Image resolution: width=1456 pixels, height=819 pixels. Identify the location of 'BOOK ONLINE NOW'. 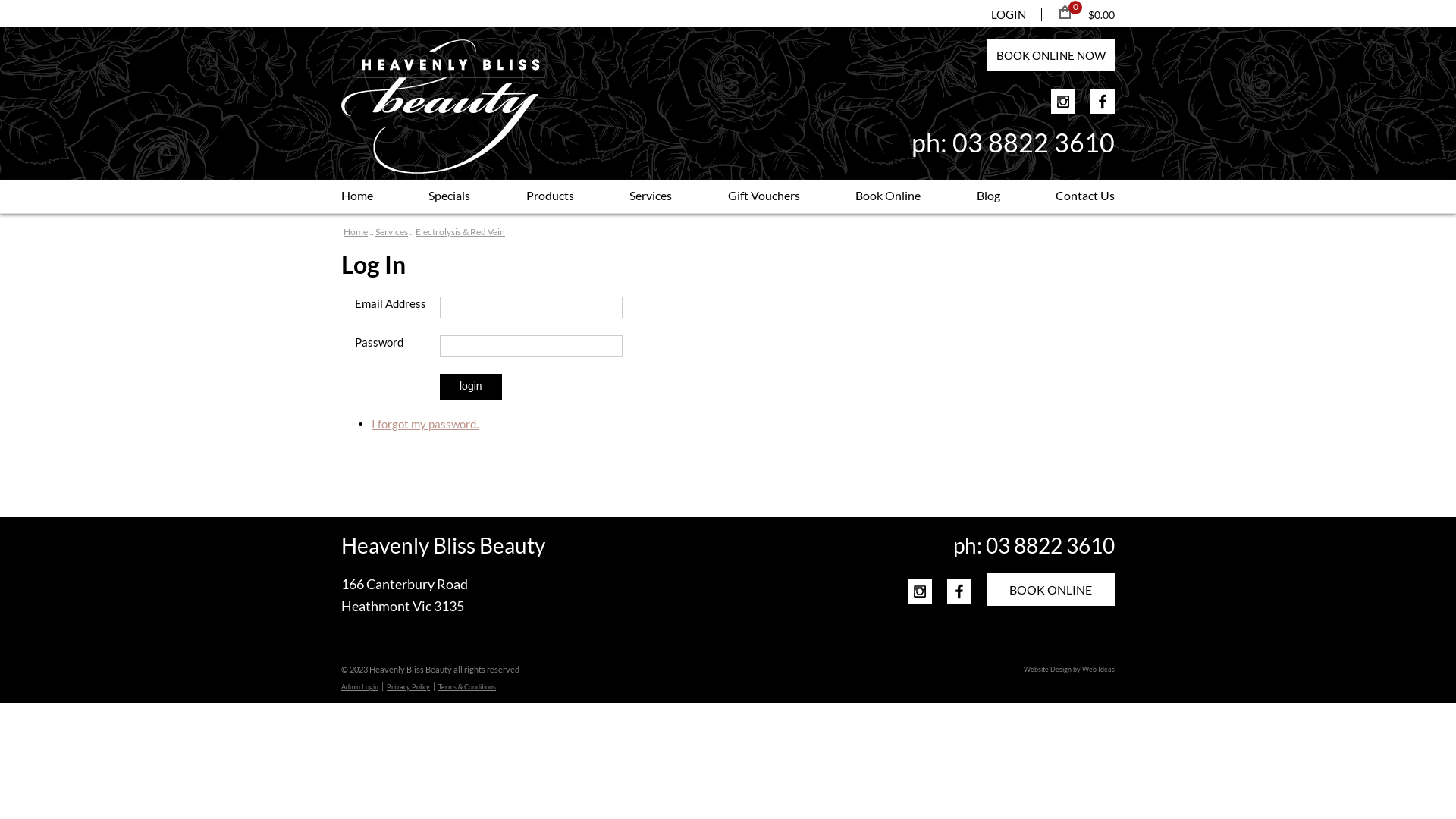
(1050, 55).